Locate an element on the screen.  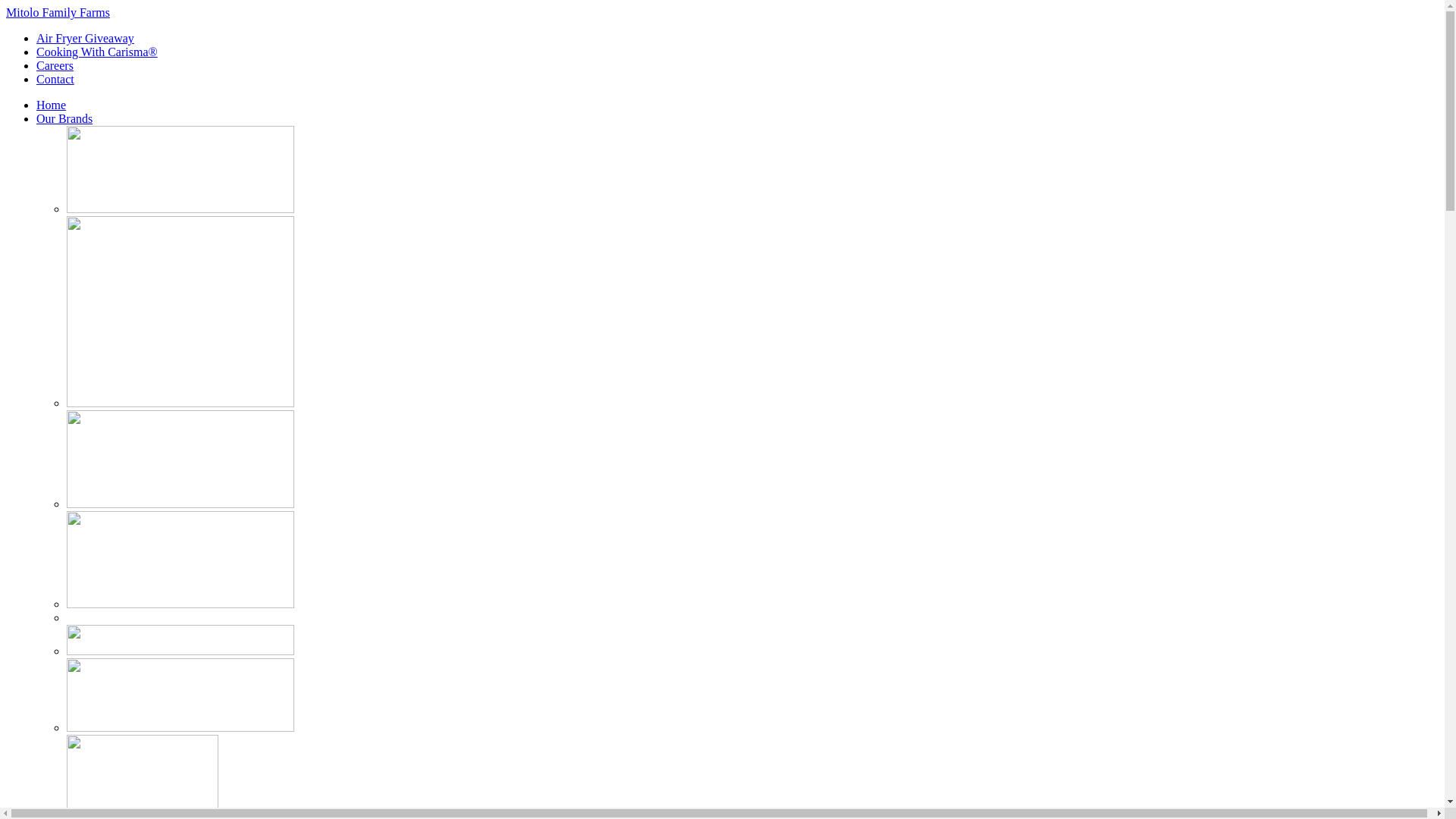
'Air Fryer Giveaway' is located at coordinates (84, 37).